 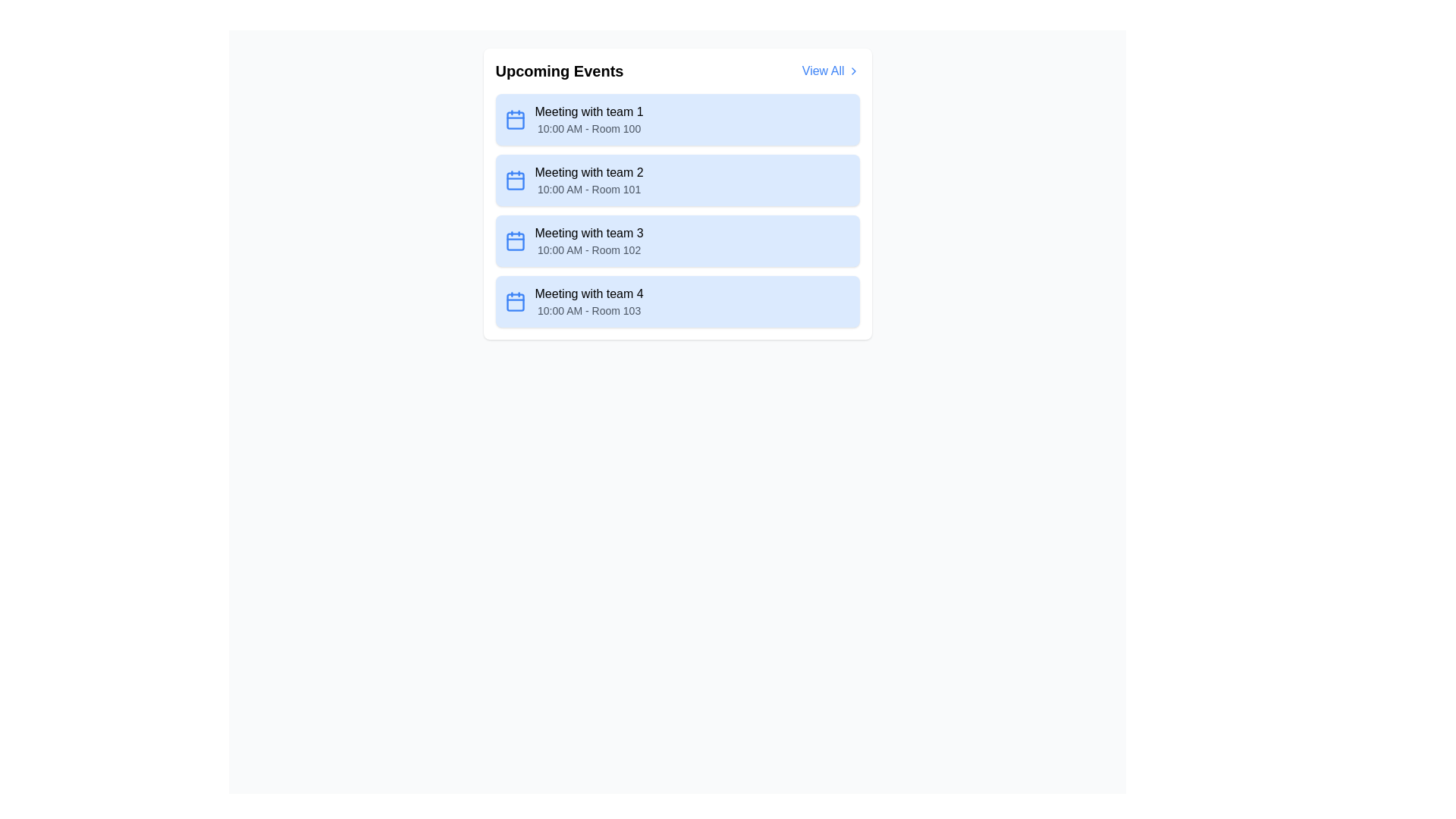 I want to click on the third informational card in the 'Upcoming Events' panel that displays details about the meeting with subject 'Meeting with team 3', time '10:00 AM', and location 'Room 102', so click(x=676, y=240).